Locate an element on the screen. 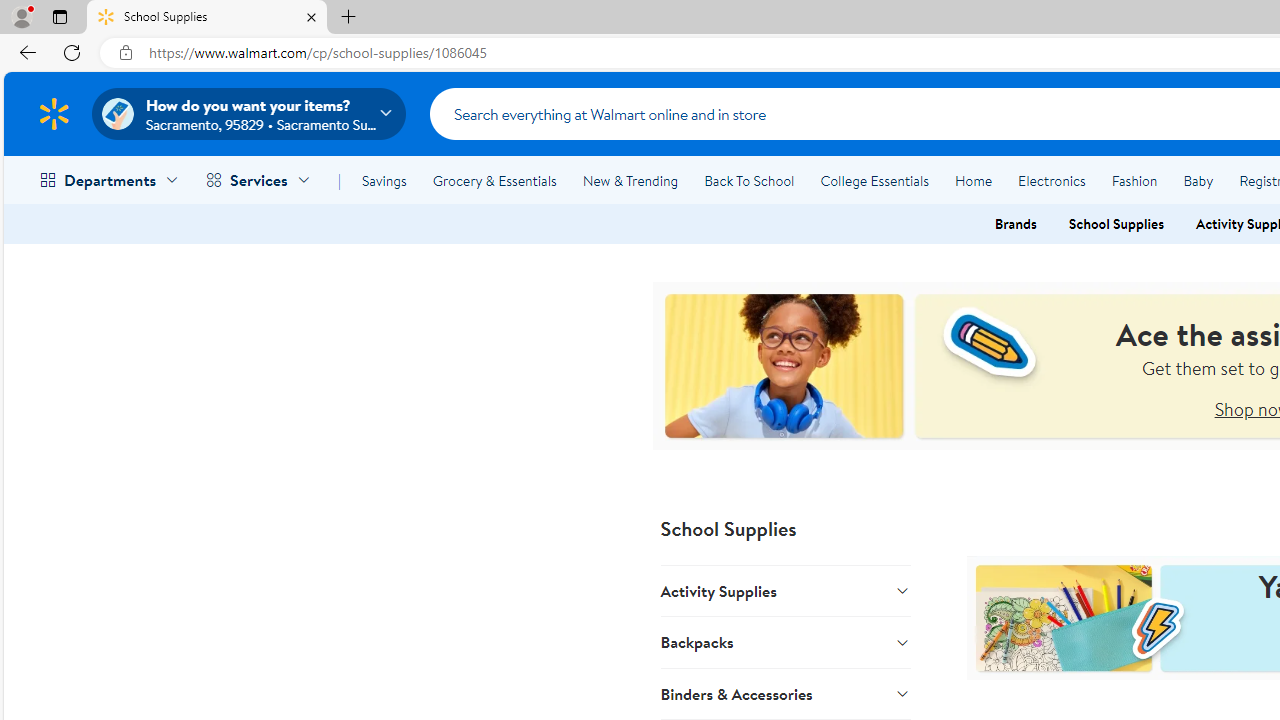 The width and height of the screenshot is (1280, 720). 'Brands' is located at coordinates (1015, 224).